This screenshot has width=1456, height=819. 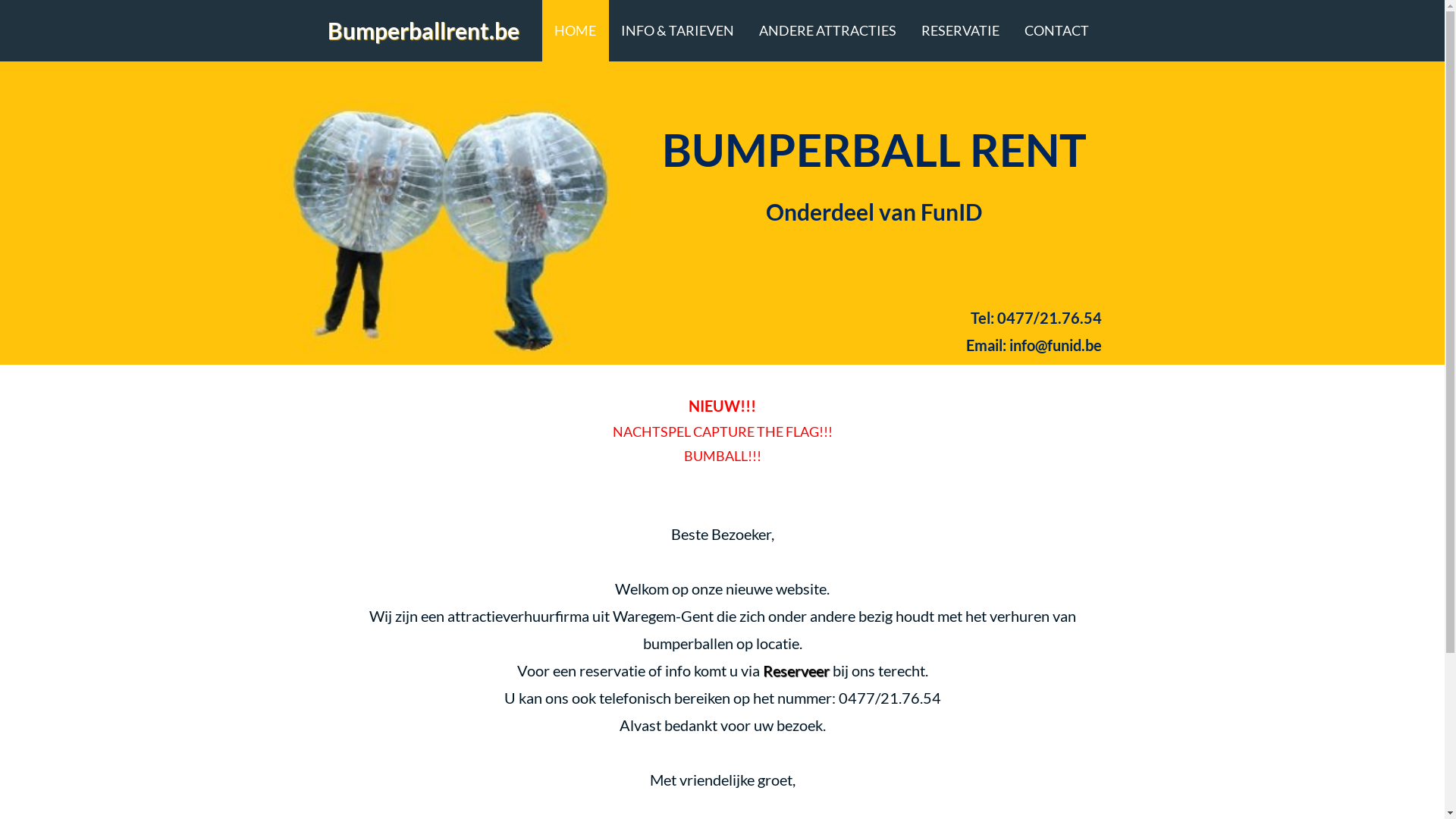 I want to click on 'CONTACT', so click(x=1012, y=30).